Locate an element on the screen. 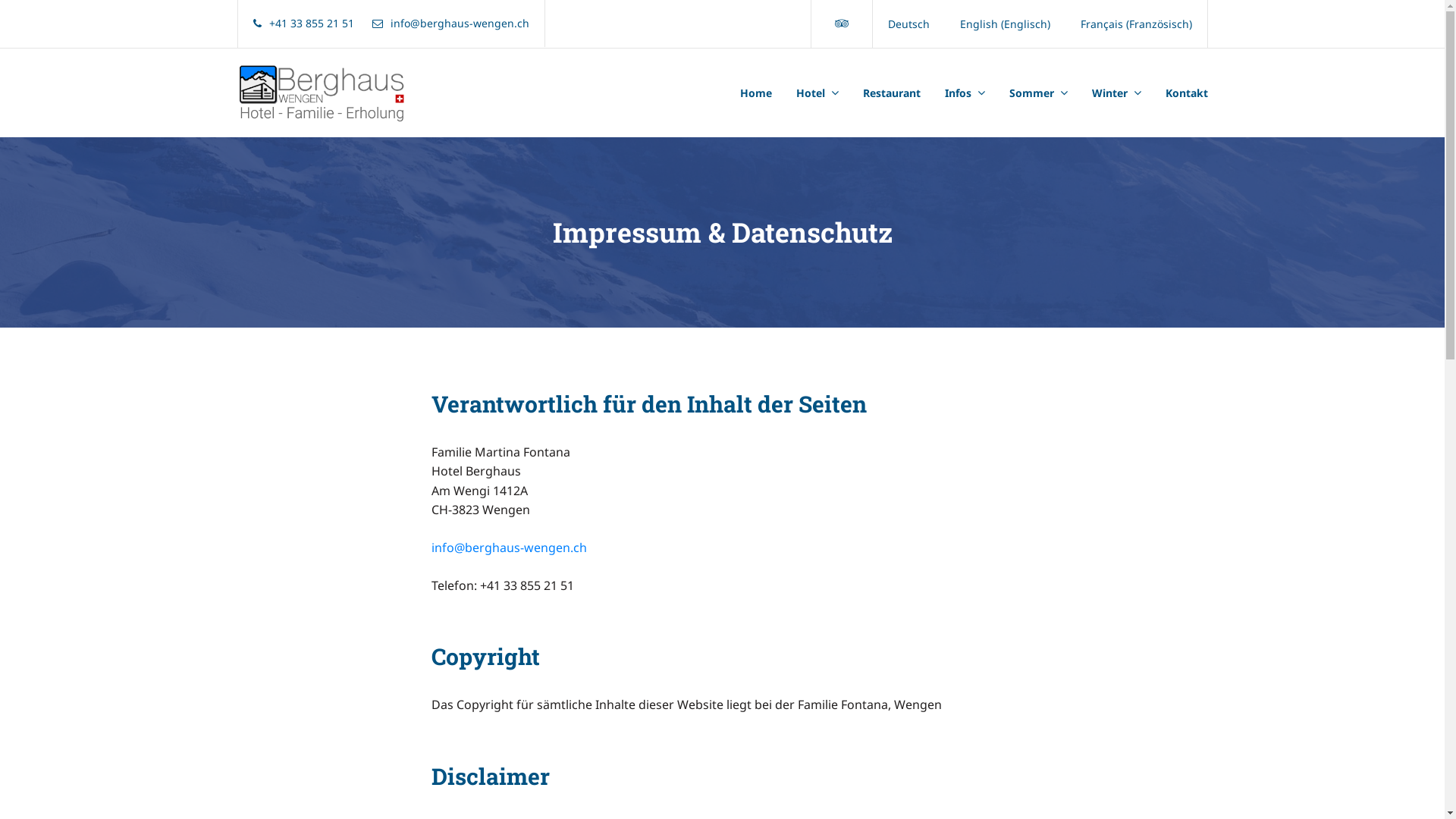 The width and height of the screenshot is (1456, 819). 'Sommer' is located at coordinates (1037, 93).